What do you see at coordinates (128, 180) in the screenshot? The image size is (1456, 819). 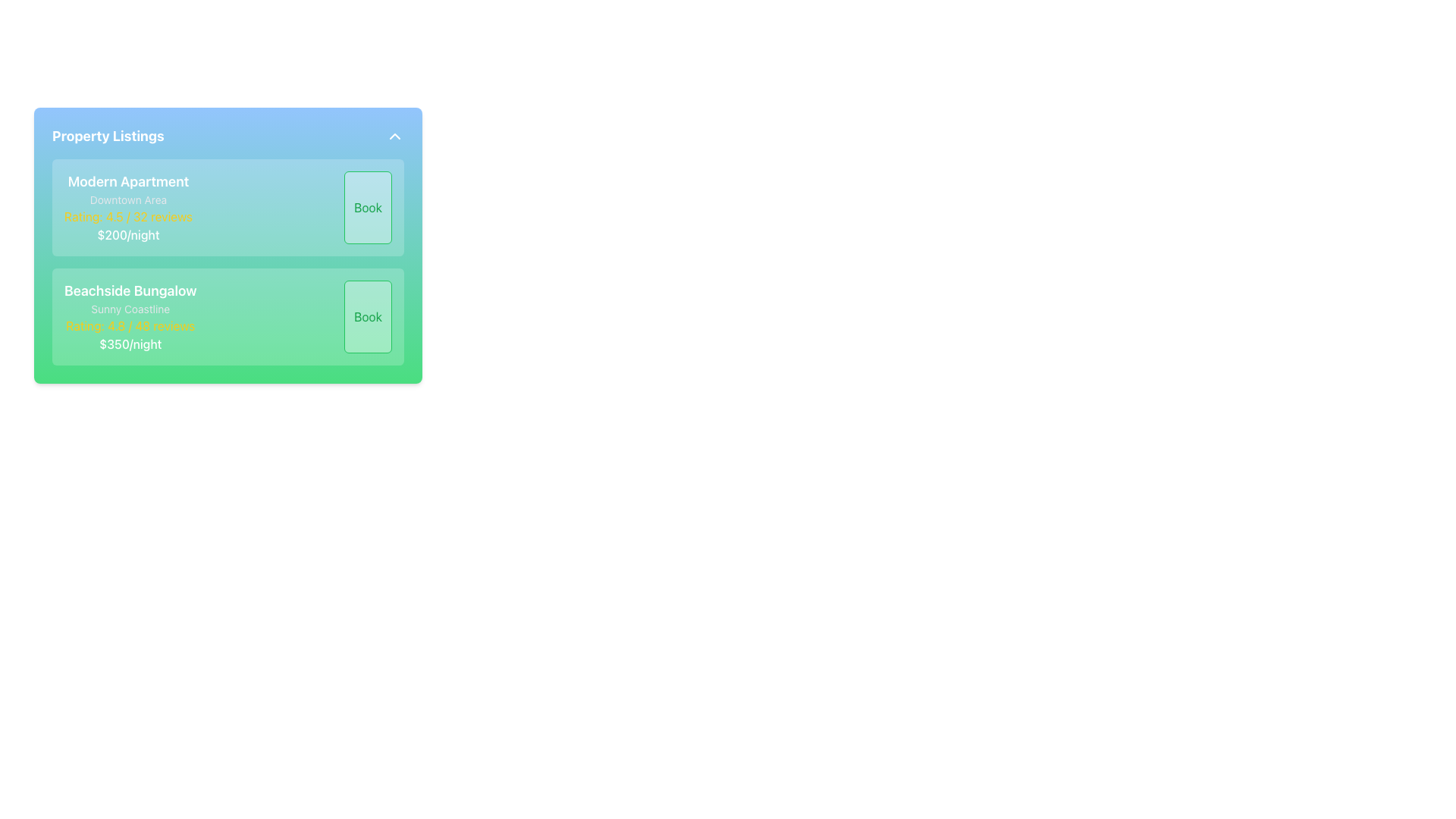 I see `the text label that serves as the title or heading for the property listing, located in the top-left corner of the 'Property Listings' box` at bounding box center [128, 180].